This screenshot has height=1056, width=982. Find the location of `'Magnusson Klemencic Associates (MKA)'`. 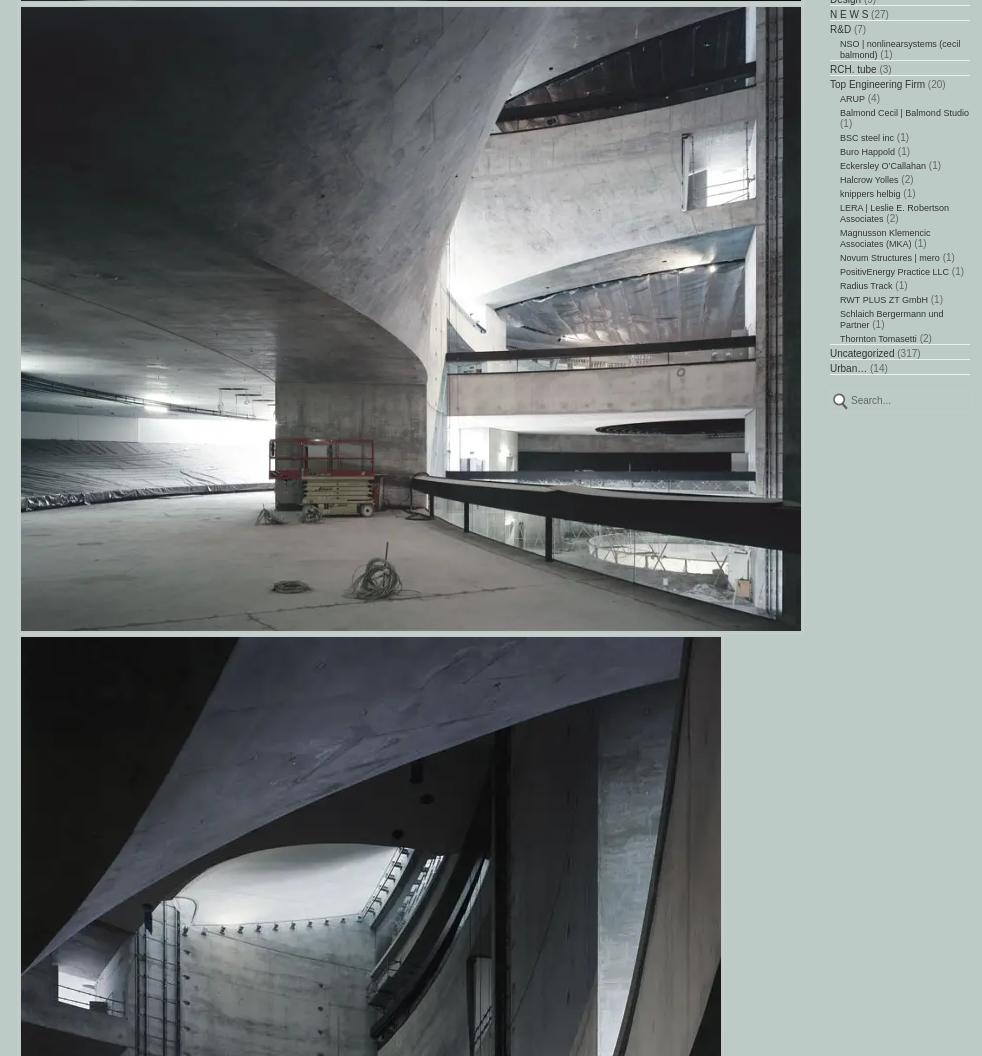

'Magnusson Klemencic Associates (MKA)' is located at coordinates (884, 237).